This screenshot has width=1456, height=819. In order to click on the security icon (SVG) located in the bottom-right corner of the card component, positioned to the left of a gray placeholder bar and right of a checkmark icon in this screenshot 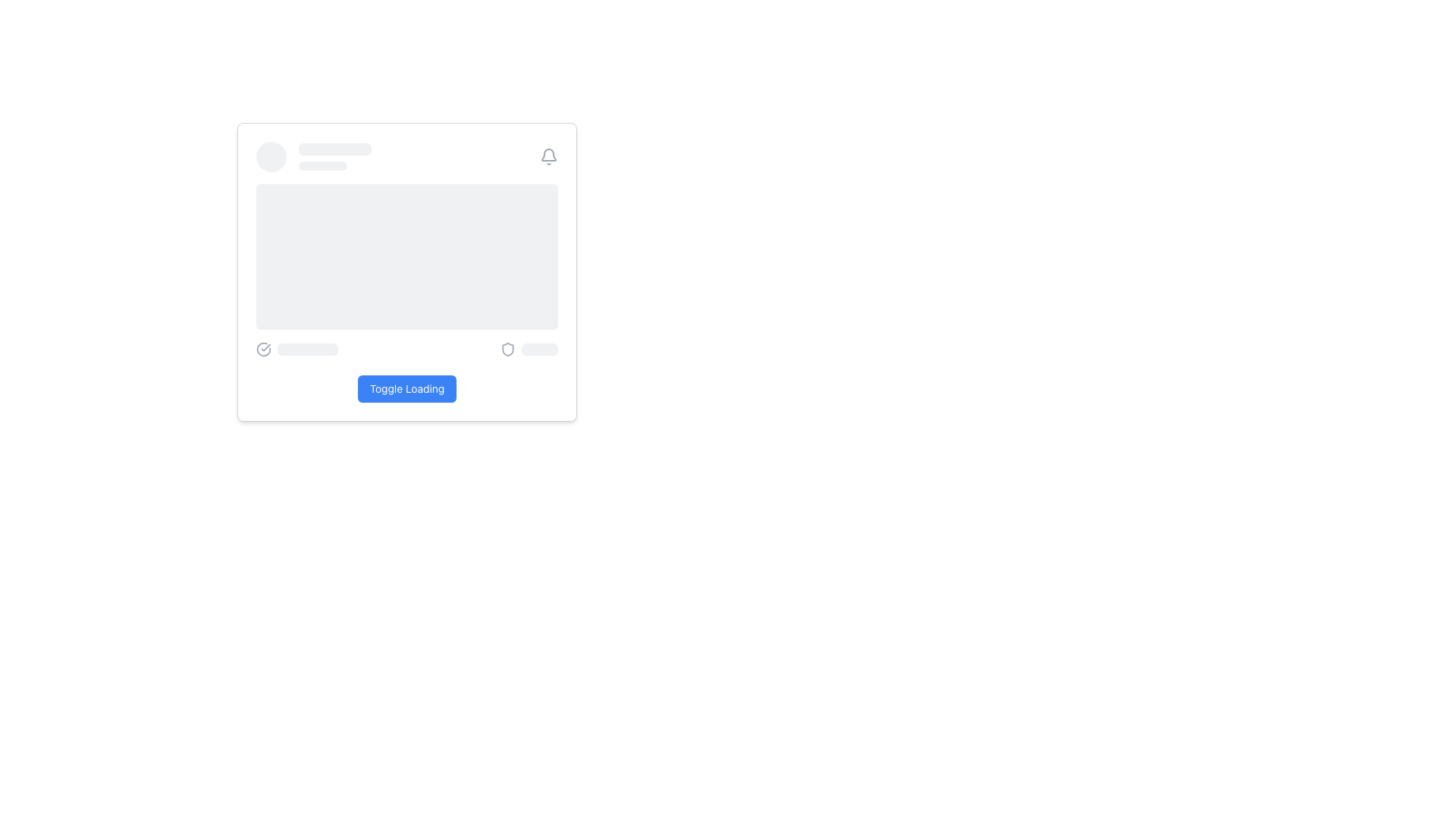, I will do `click(508, 350)`.